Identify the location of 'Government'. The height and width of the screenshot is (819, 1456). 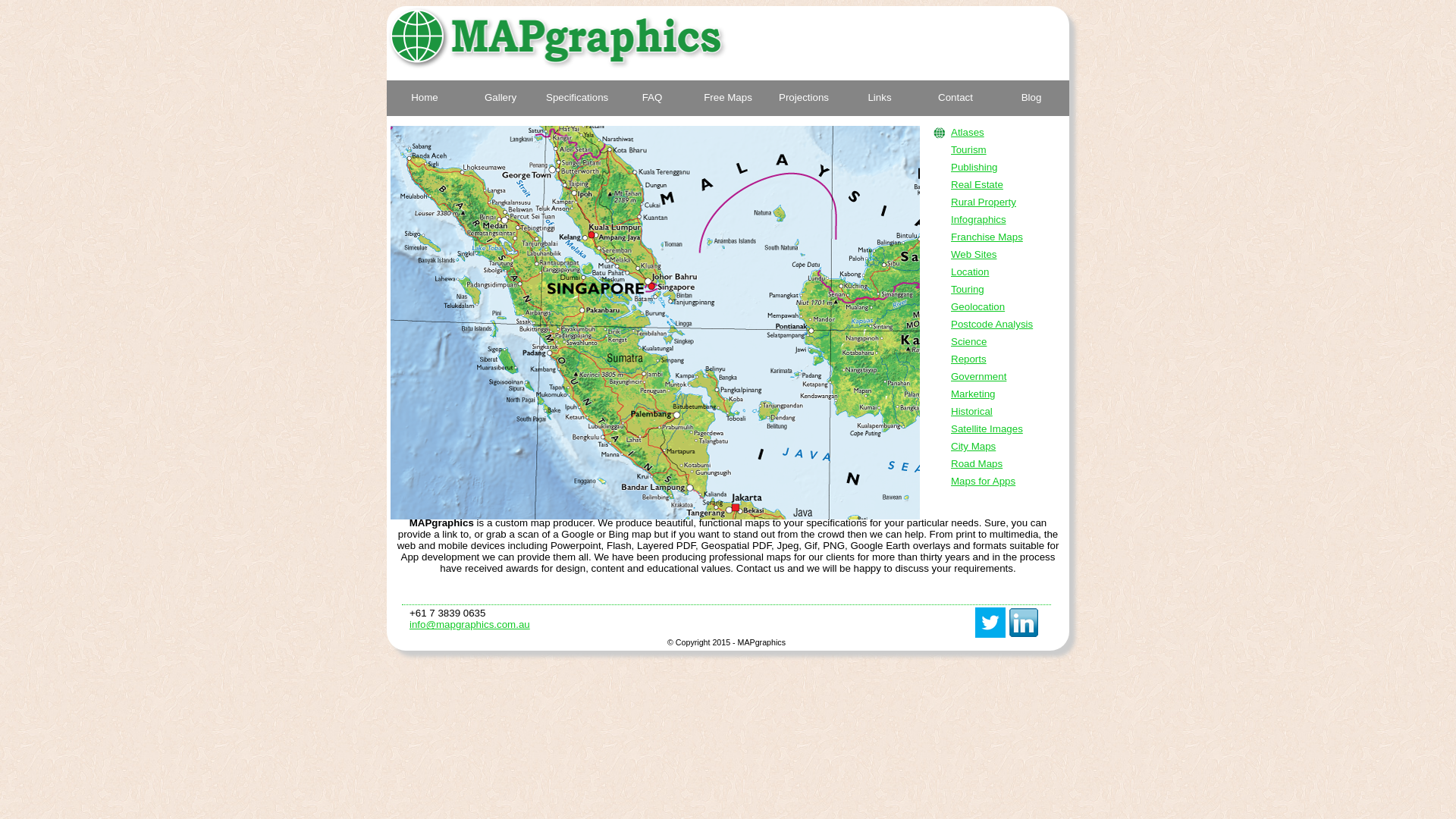
(978, 375).